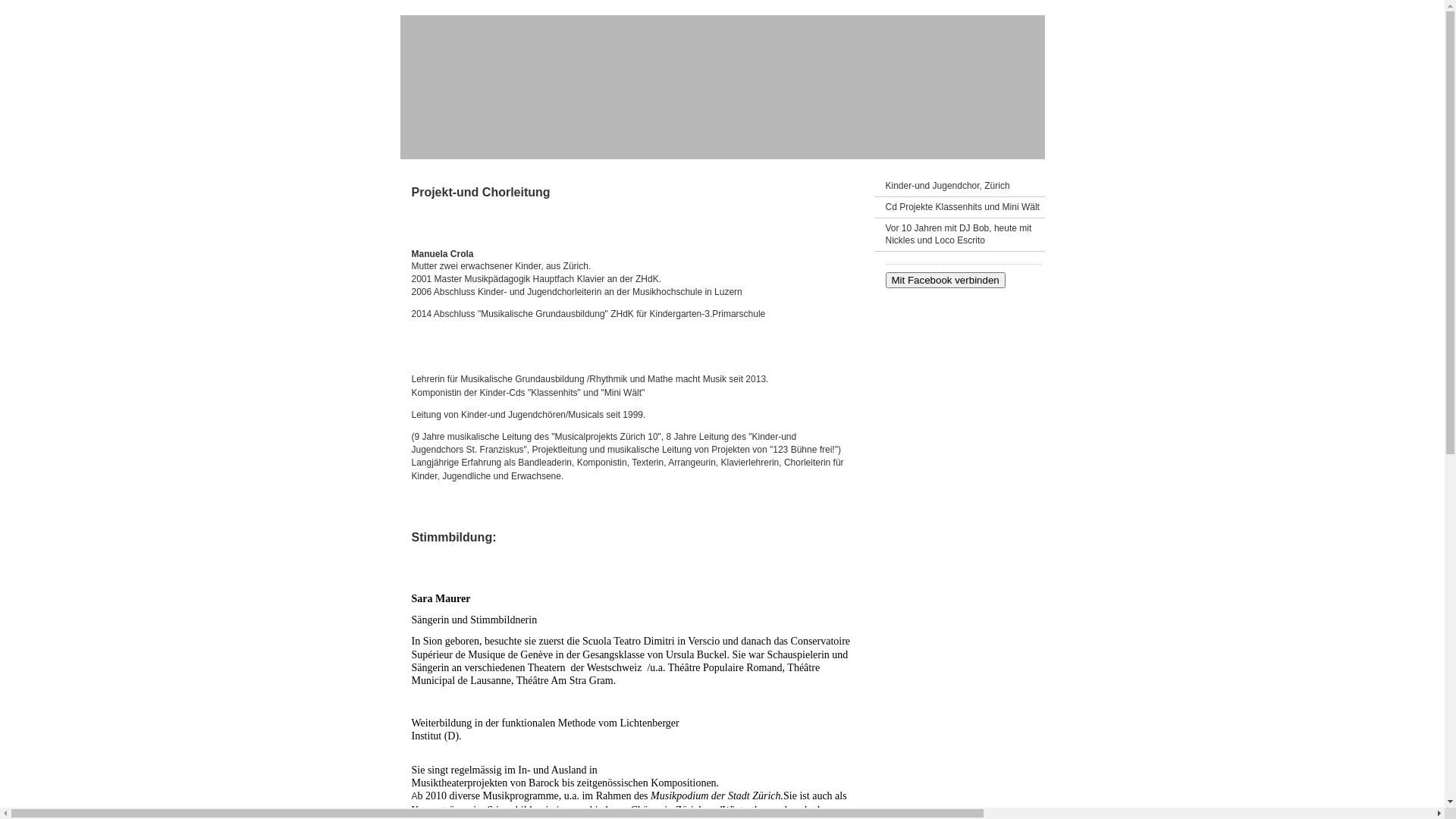 The image size is (1456, 819). What do you see at coordinates (958, 235) in the screenshot?
I see `'Vor 10 Jahren mit DJ Bob, heute mit Nickles und Loco Escrito'` at bounding box center [958, 235].